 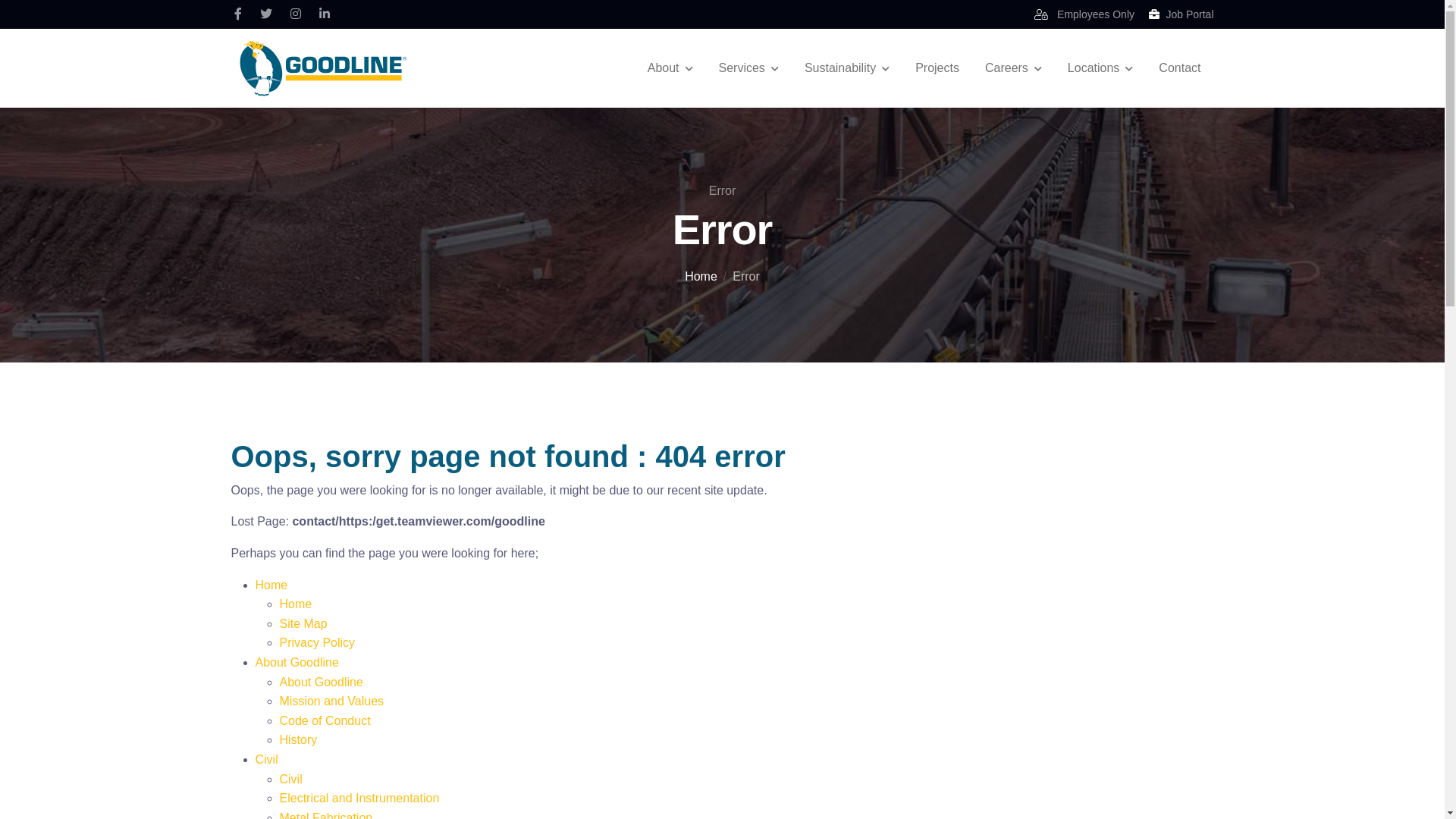 I want to click on 'Code of Conduct', so click(x=323, y=720).